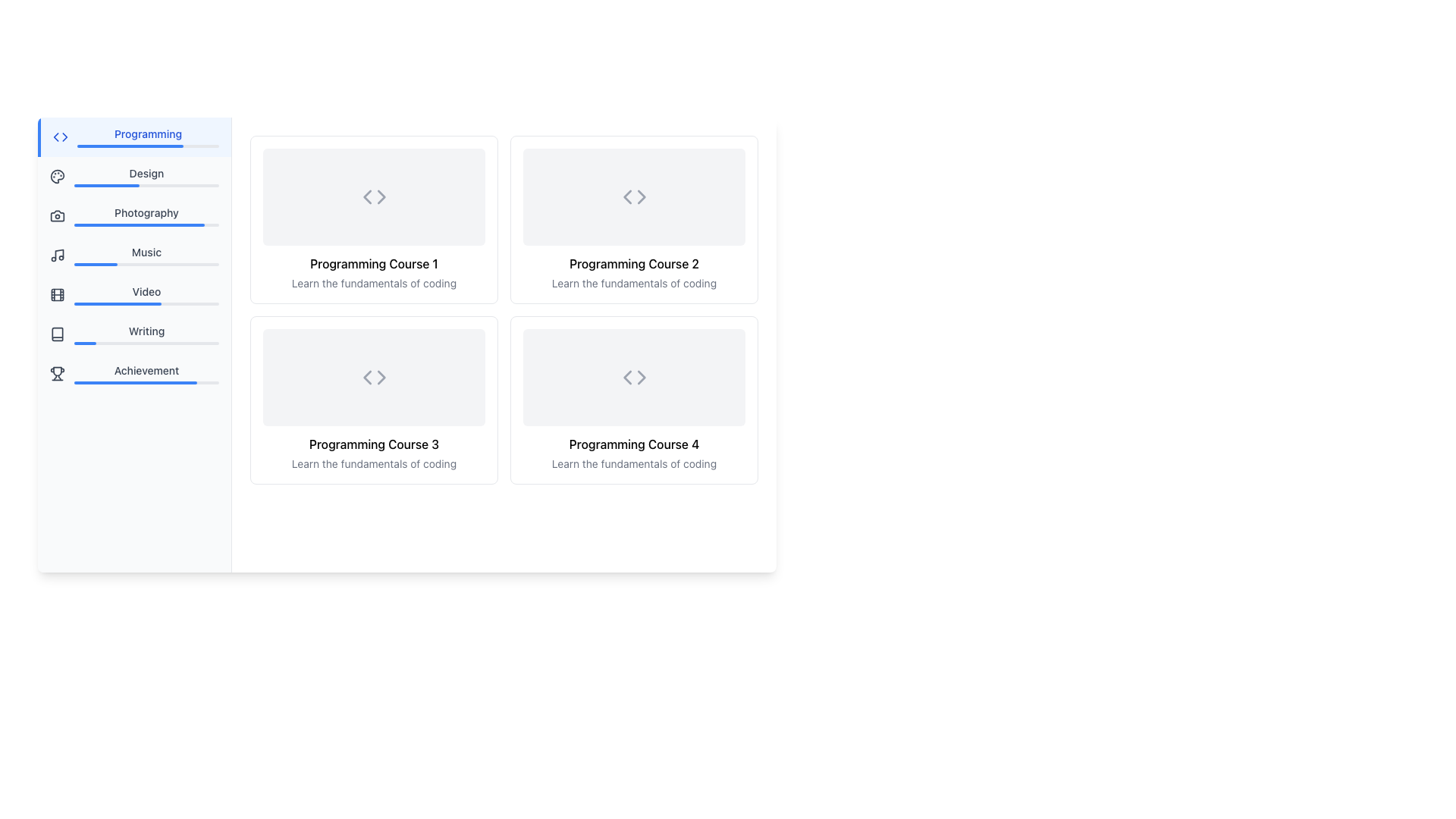 The width and height of the screenshot is (1456, 819). What do you see at coordinates (58, 254) in the screenshot?
I see `the 'Music' icon located in the sidebar menu adjacent to the label 'Music' to interact with the associated menu item` at bounding box center [58, 254].